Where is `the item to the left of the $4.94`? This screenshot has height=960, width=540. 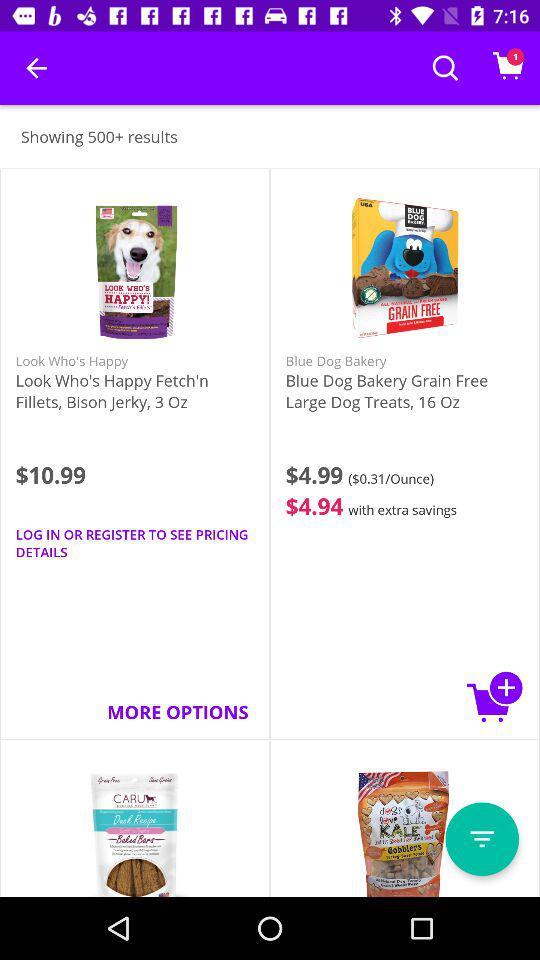
the item to the left of the $4.94 is located at coordinates (135, 543).